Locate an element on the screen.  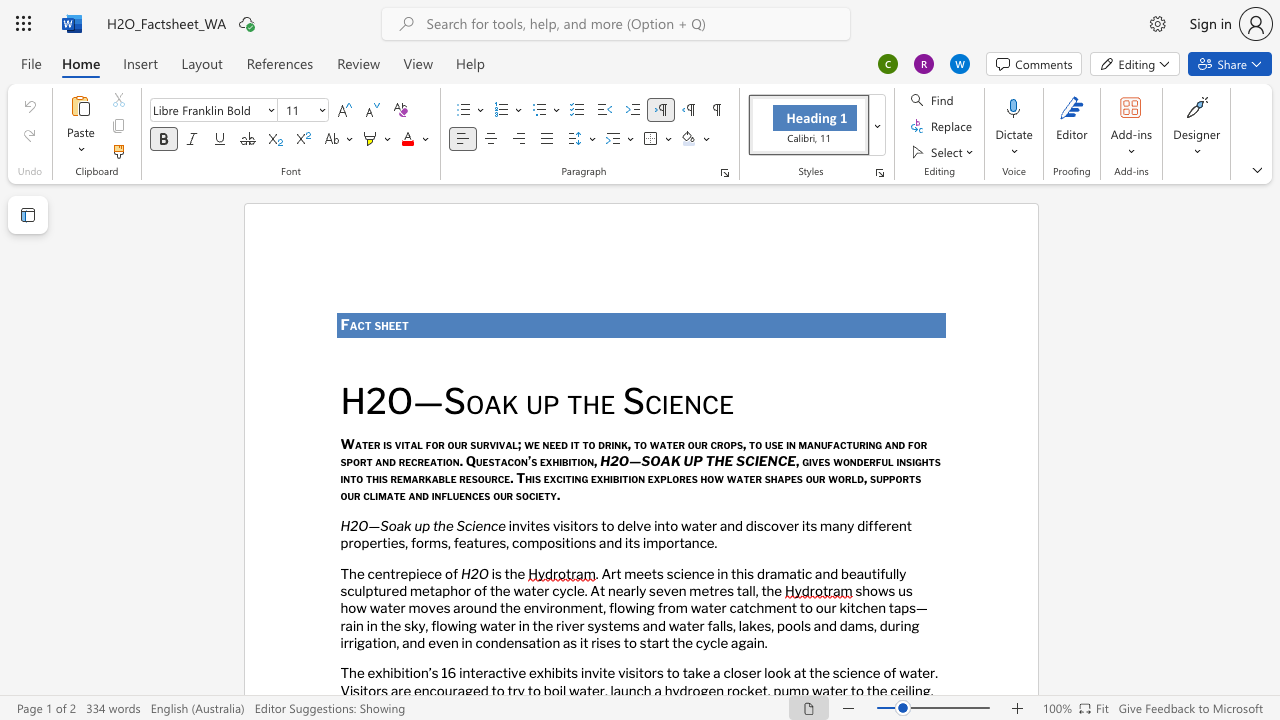
the 9th character "t" in the text is located at coordinates (475, 543).